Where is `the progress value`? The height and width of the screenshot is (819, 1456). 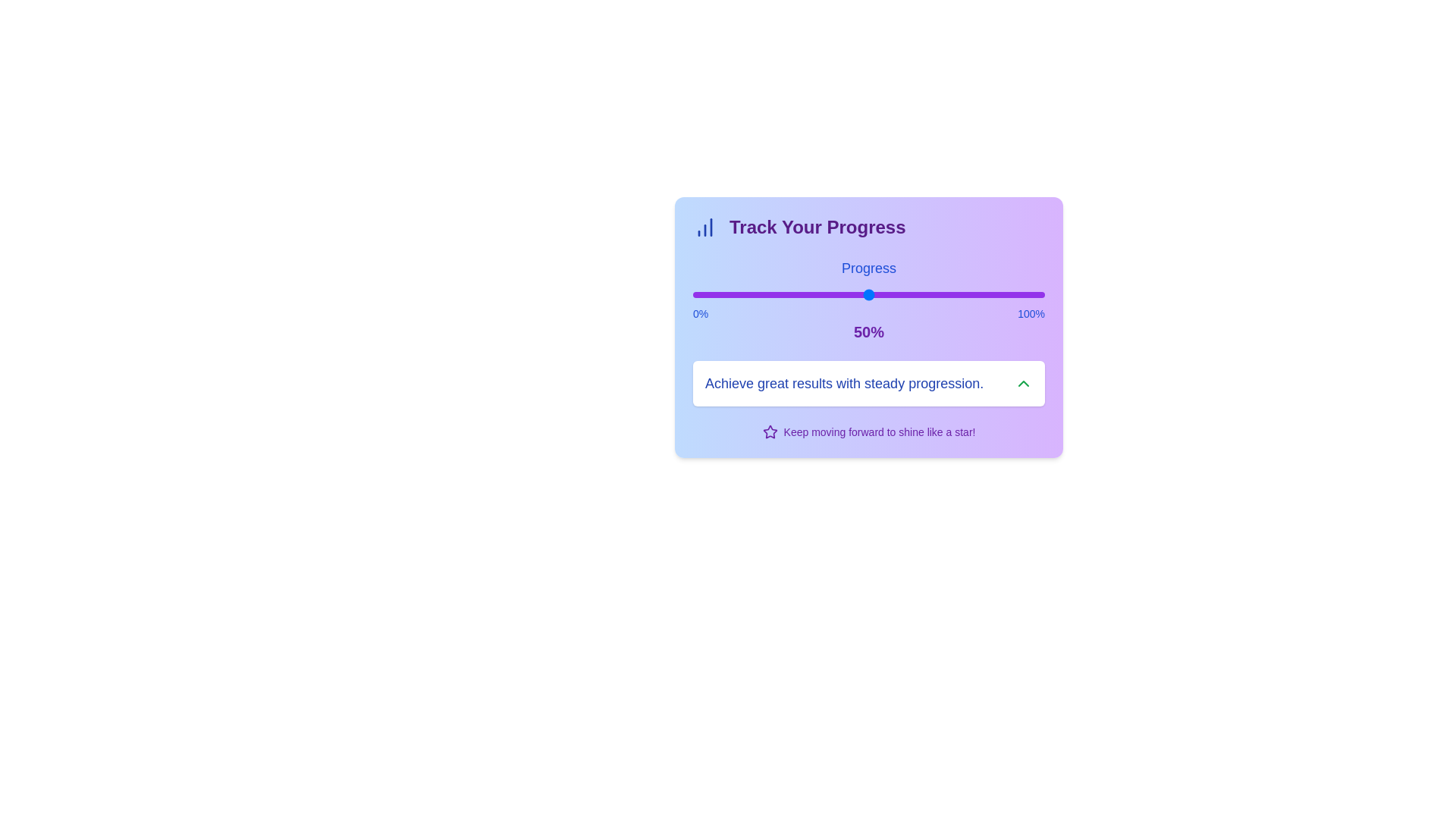
the progress value is located at coordinates (1031, 295).